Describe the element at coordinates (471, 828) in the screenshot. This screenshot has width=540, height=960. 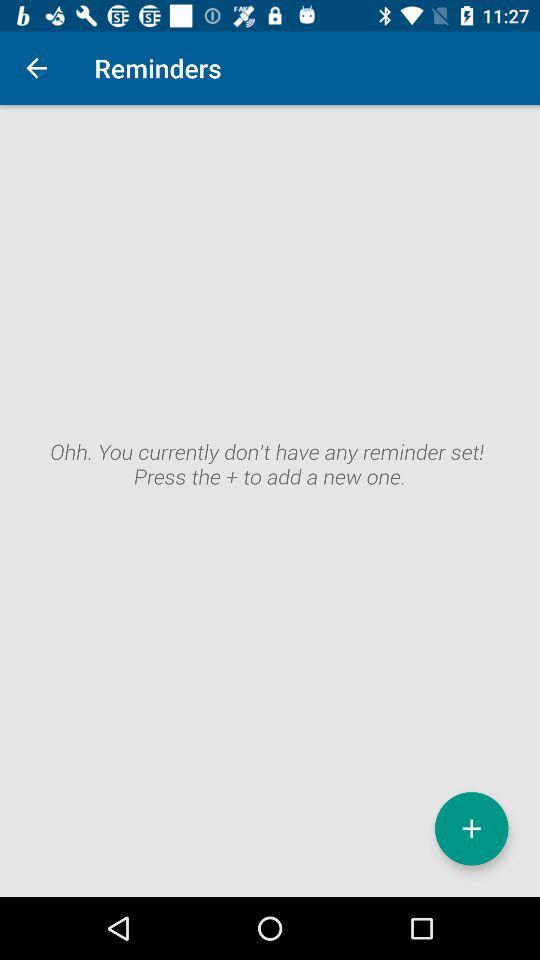
I see `reminder option` at that location.